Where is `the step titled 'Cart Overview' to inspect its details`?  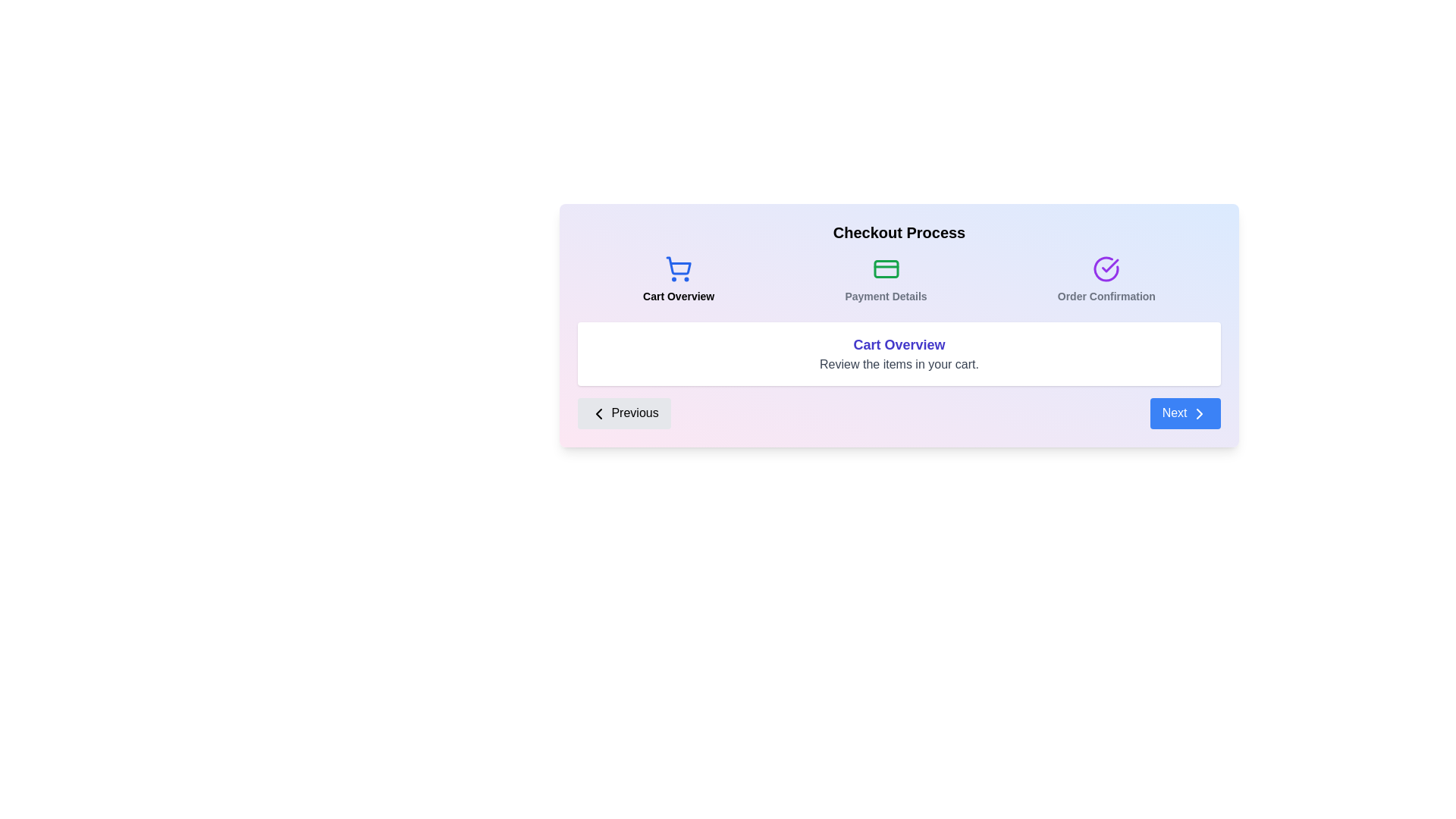
the step titled 'Cart Overview' to inspect its details is located at coordinates (677, 280).